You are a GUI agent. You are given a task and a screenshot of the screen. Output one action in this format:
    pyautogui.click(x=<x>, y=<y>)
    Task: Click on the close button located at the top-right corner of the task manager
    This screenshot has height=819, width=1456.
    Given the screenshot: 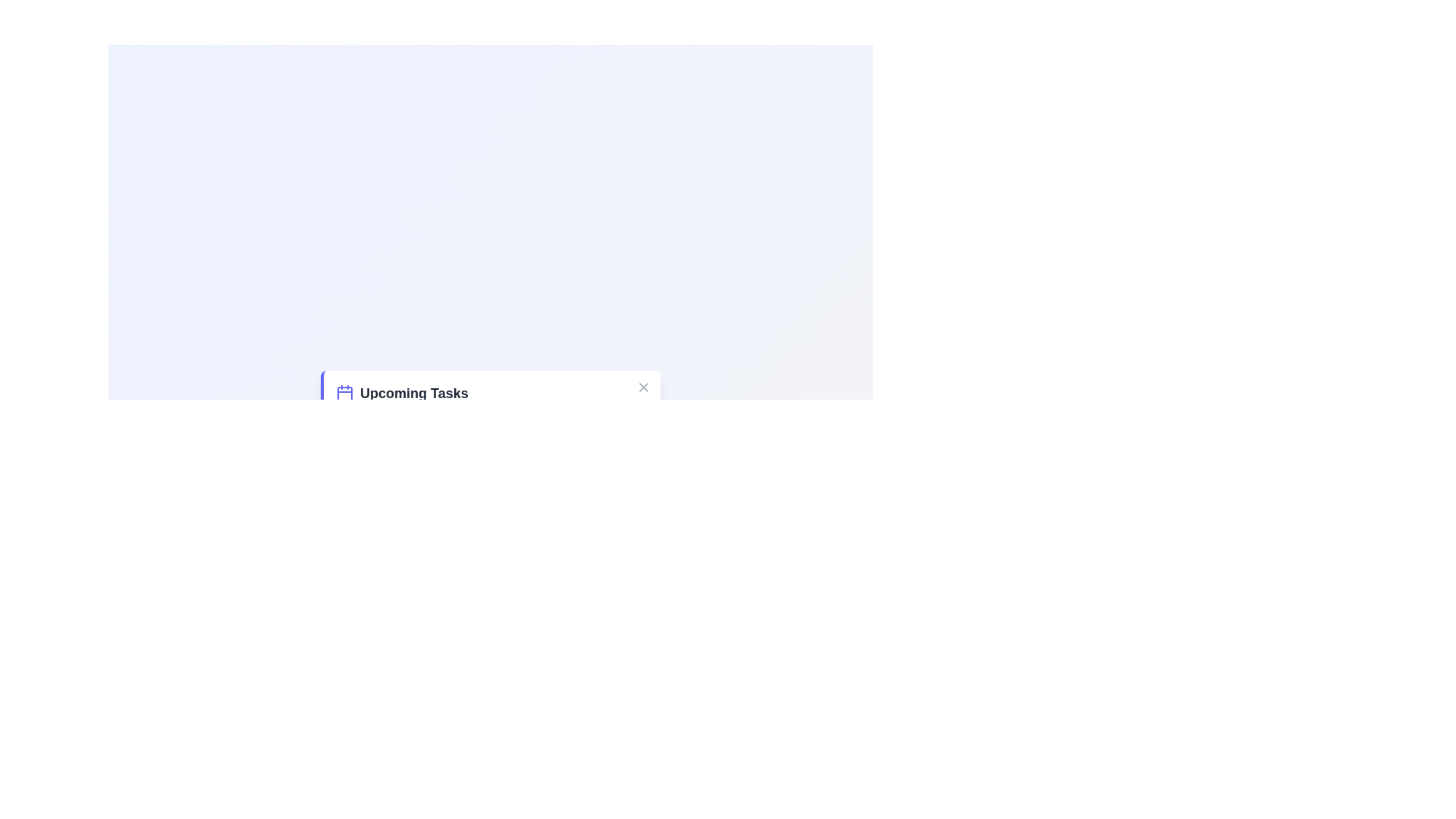 What is the action you would take?
    pyautogui.click(x=644, y=386)
    